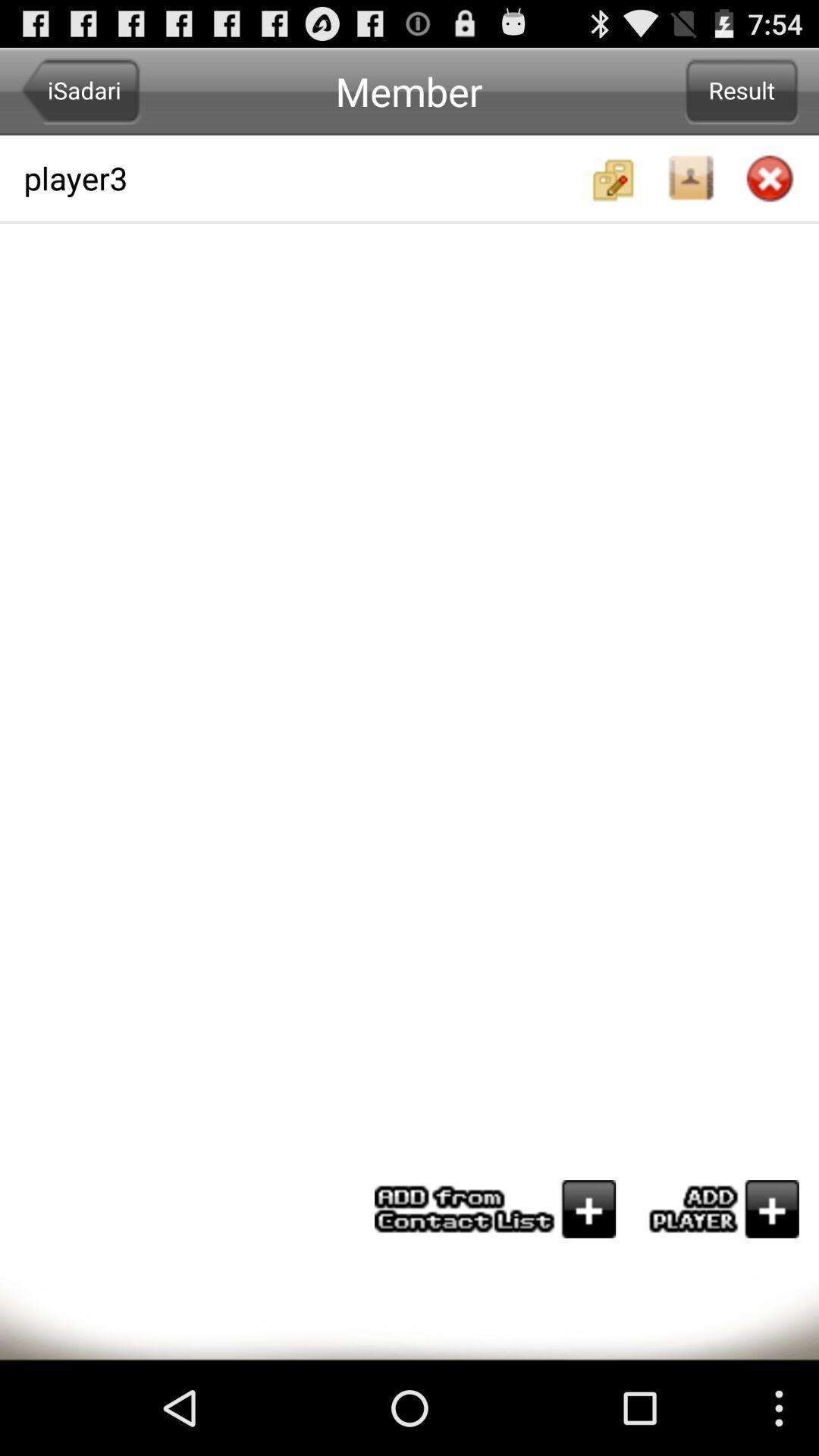 The width and height of the screenshot is (819, 1456). I want to click on the result, so click(741, 90).